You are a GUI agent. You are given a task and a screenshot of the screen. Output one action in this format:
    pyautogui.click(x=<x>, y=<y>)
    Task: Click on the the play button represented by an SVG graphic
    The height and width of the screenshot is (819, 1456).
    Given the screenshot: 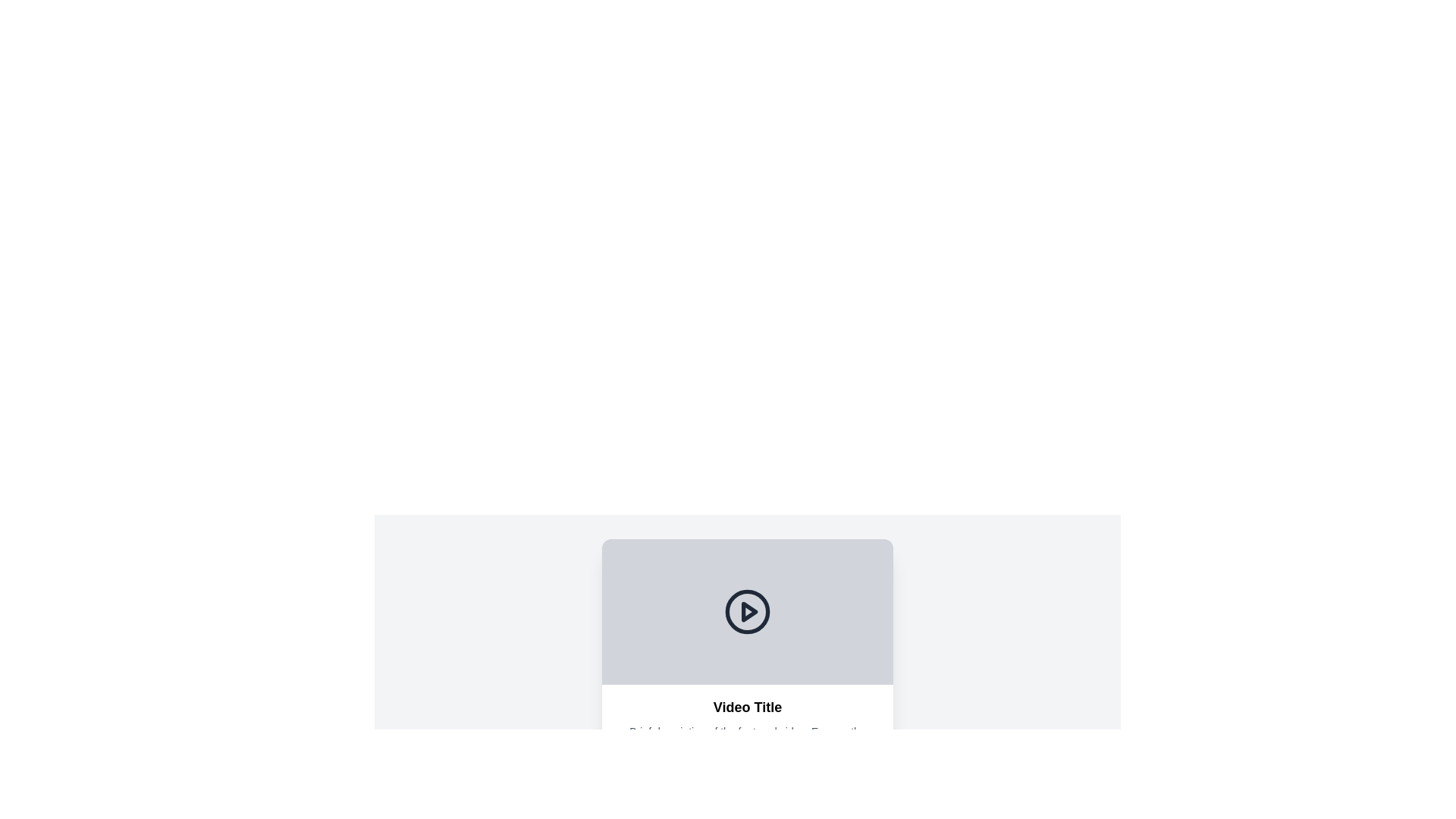 What is the action you would take?
    pyautogui.click(x=747, y=610)
    